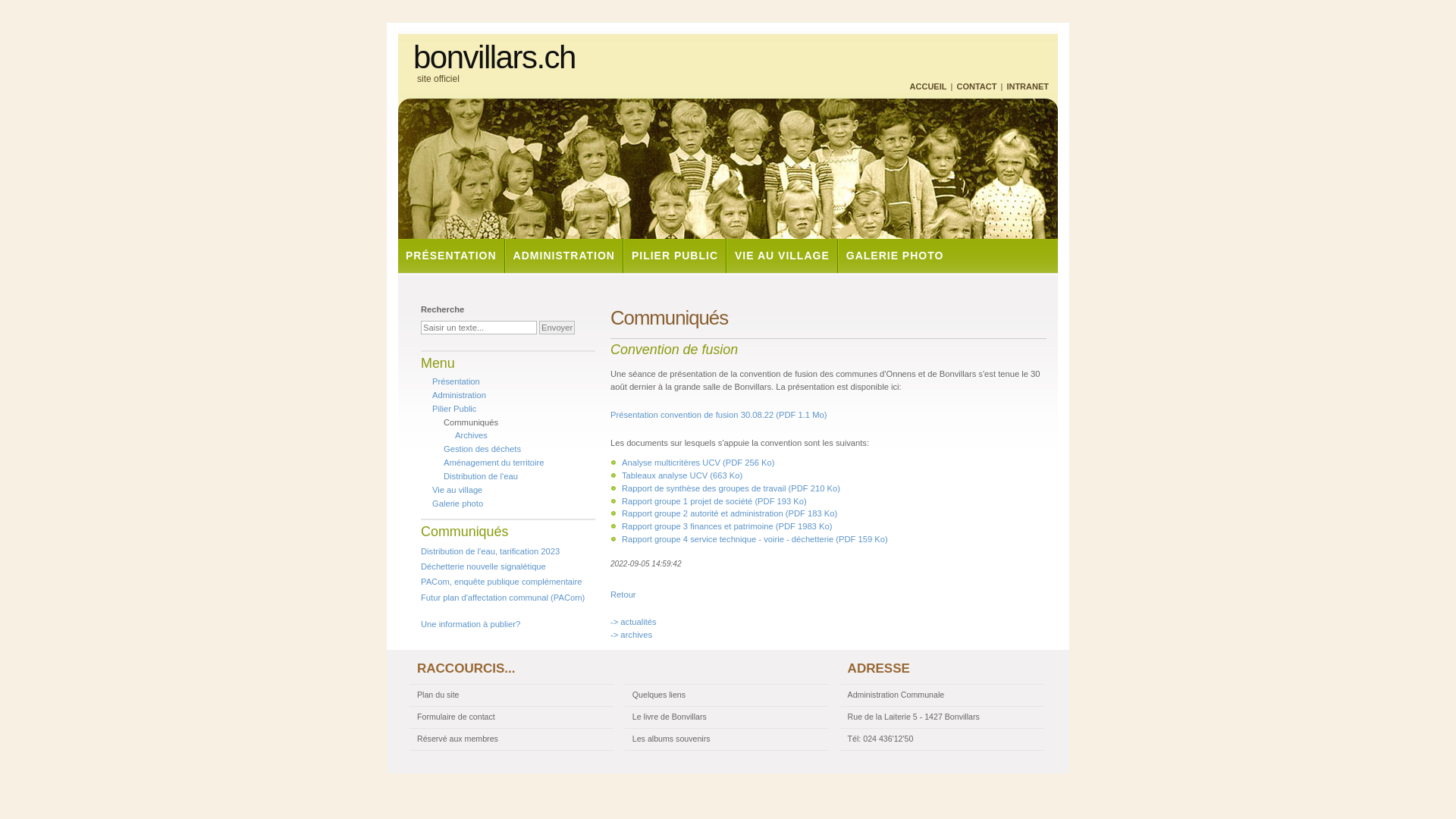 The height and width of the screenshot is (819, 1456). I want to click on 'Archives', so click(470, 435).